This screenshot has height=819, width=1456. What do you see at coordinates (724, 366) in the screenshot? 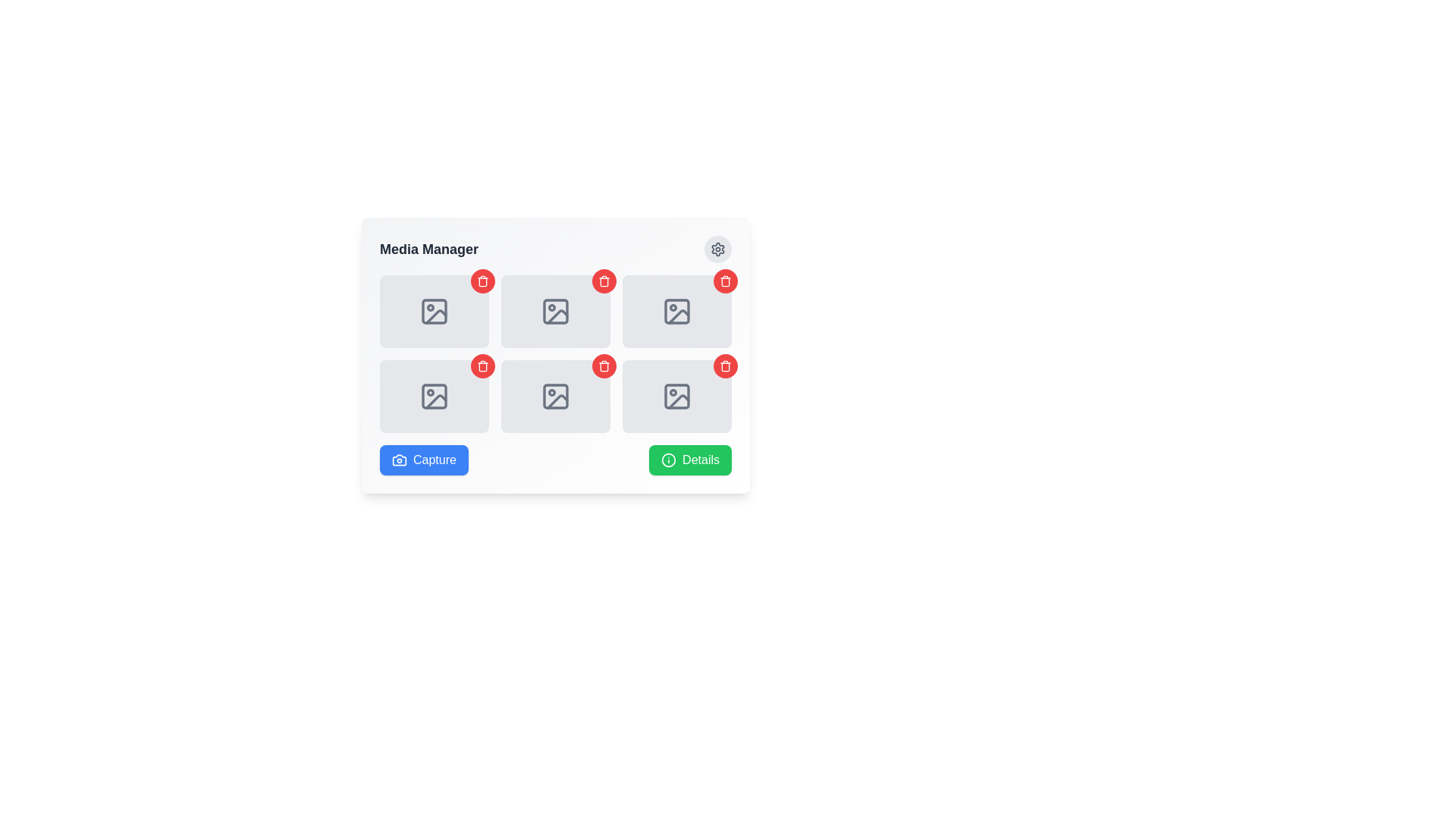
I see `the trash icon button with a red circular background located at the top-right corner of the third media box in the second row to initiate a delete action` at bounding box center [724, 366].